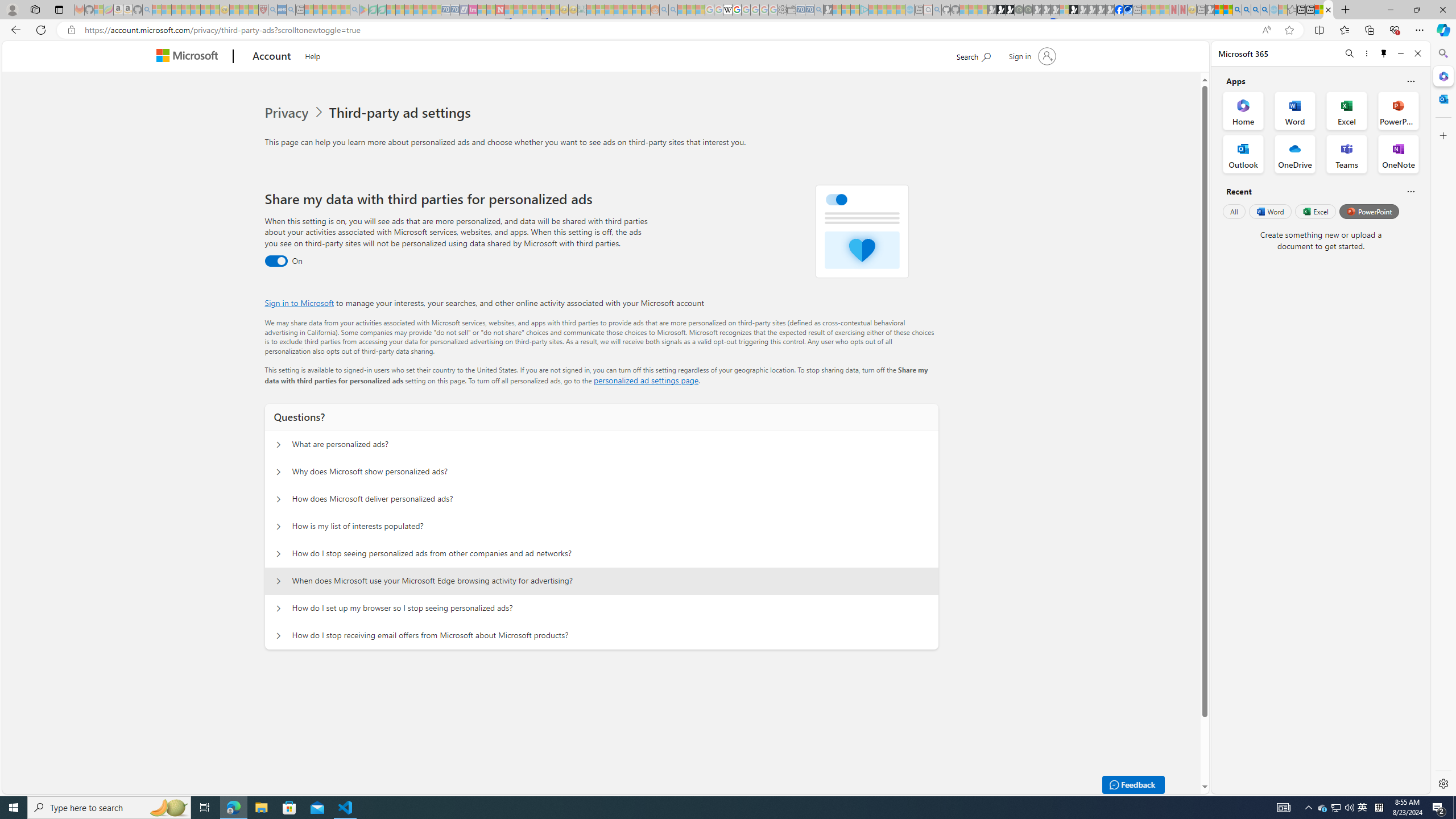  Describe the element at coordinates (1127, 9) in the screenshot. I see `'AirNow.gov'` at that location.